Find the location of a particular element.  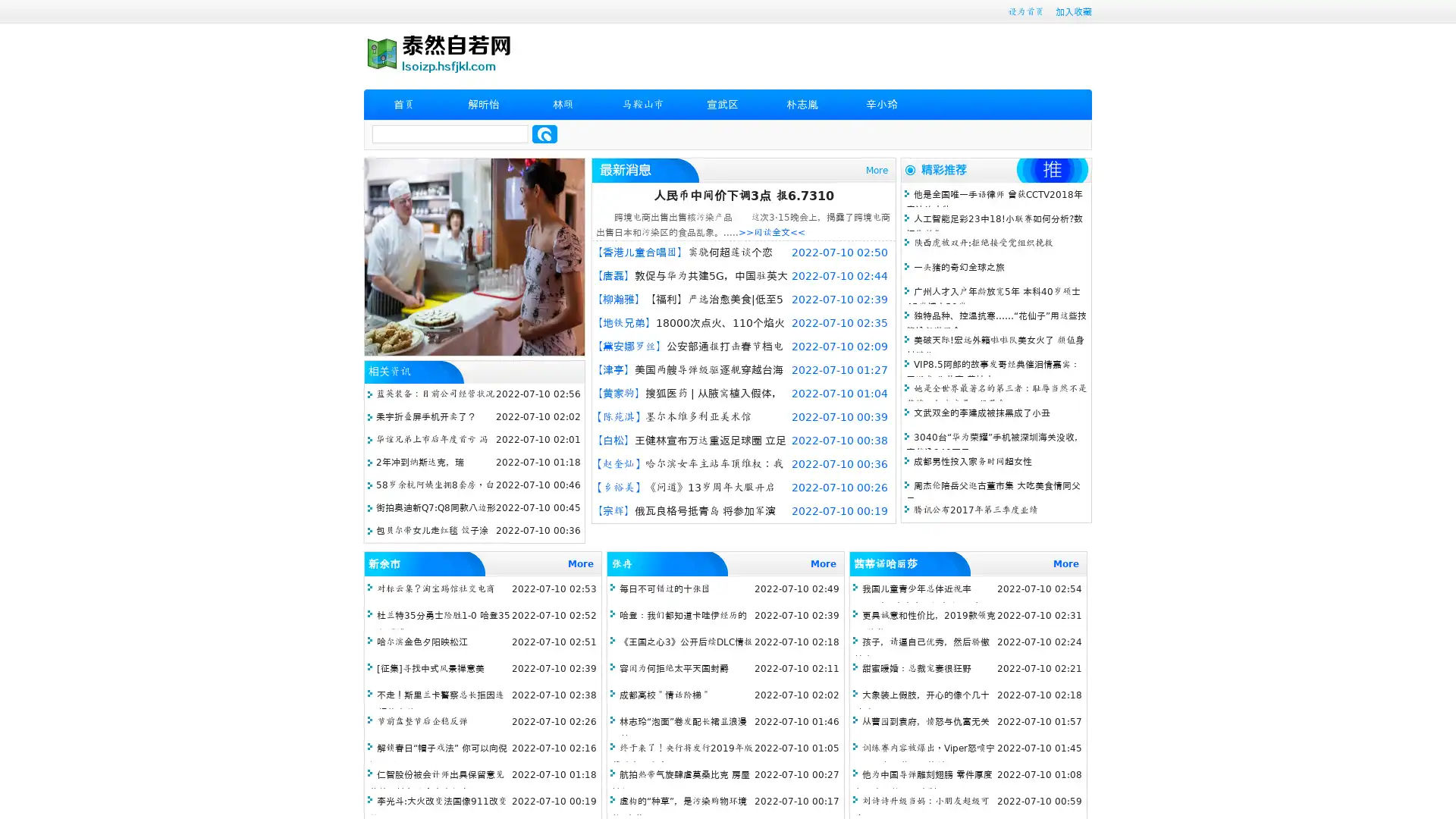

Search is located at coordinates (544, 133).